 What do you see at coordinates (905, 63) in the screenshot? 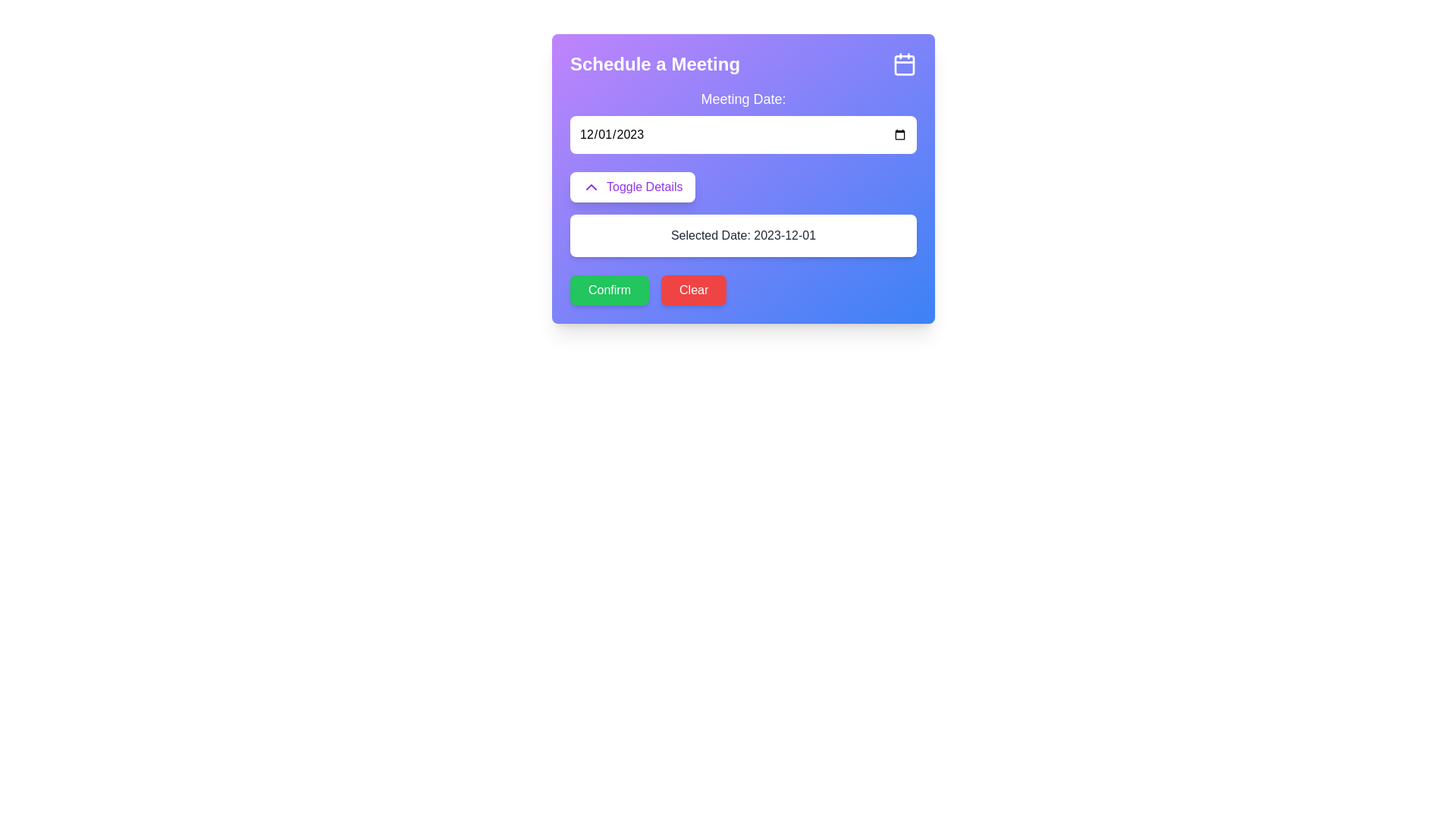
I see `the calendar icon located in the top-right corner of the interface, adjacent to the 'Schedule a Meeting' text` at bounding box center [905, 63].